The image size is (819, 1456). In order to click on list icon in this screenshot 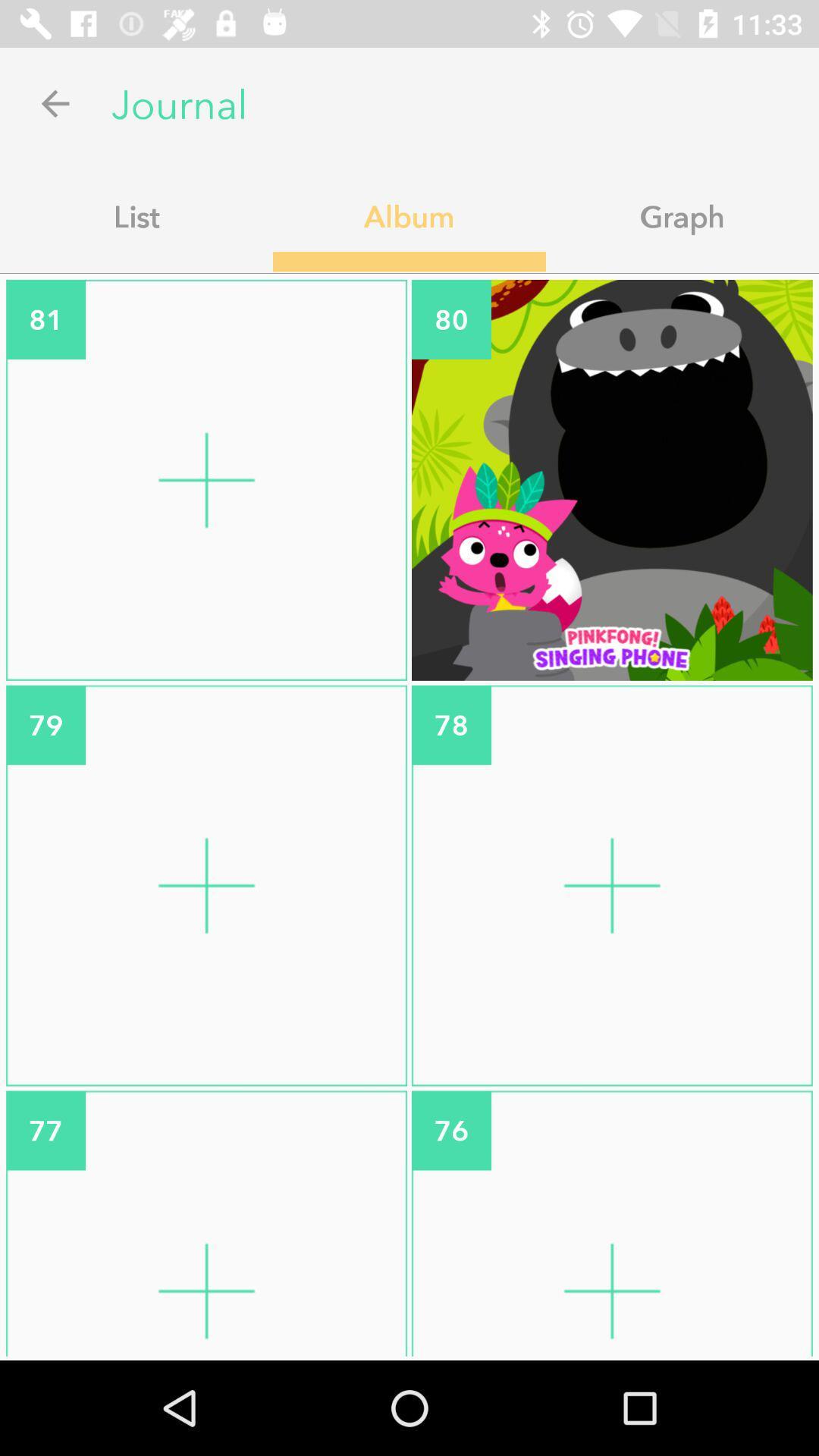, I will do `click(136, 215)`.